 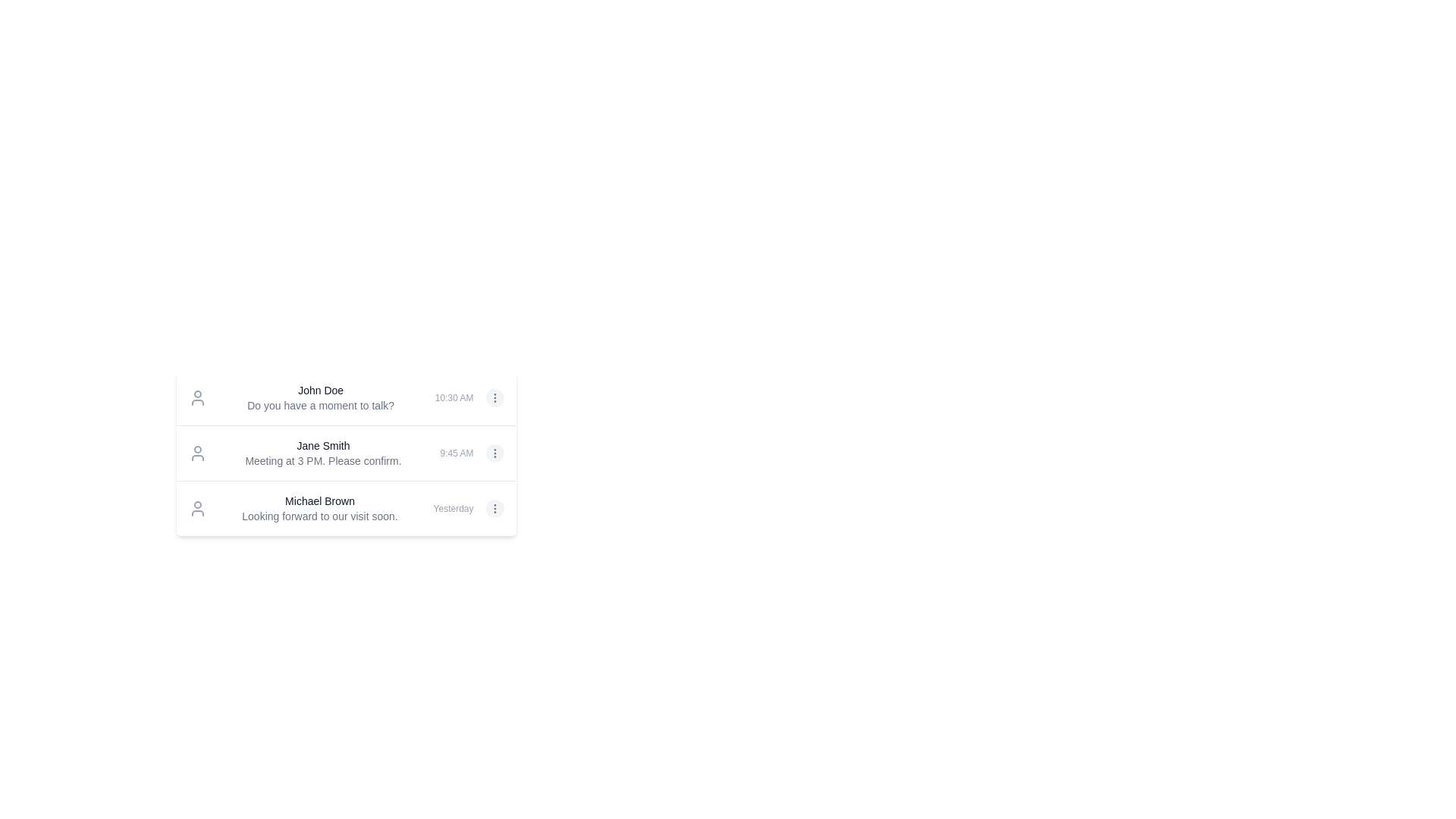 What do you see at coordinates (345, 397) in the screenshot?
I see `the first list item containing the profile icon, name 'John Doe', message 'Do you have a moment to talk?', timestamp '10:30 AM', and a vertical ellipsis icon` at bounding box center [345, 397].